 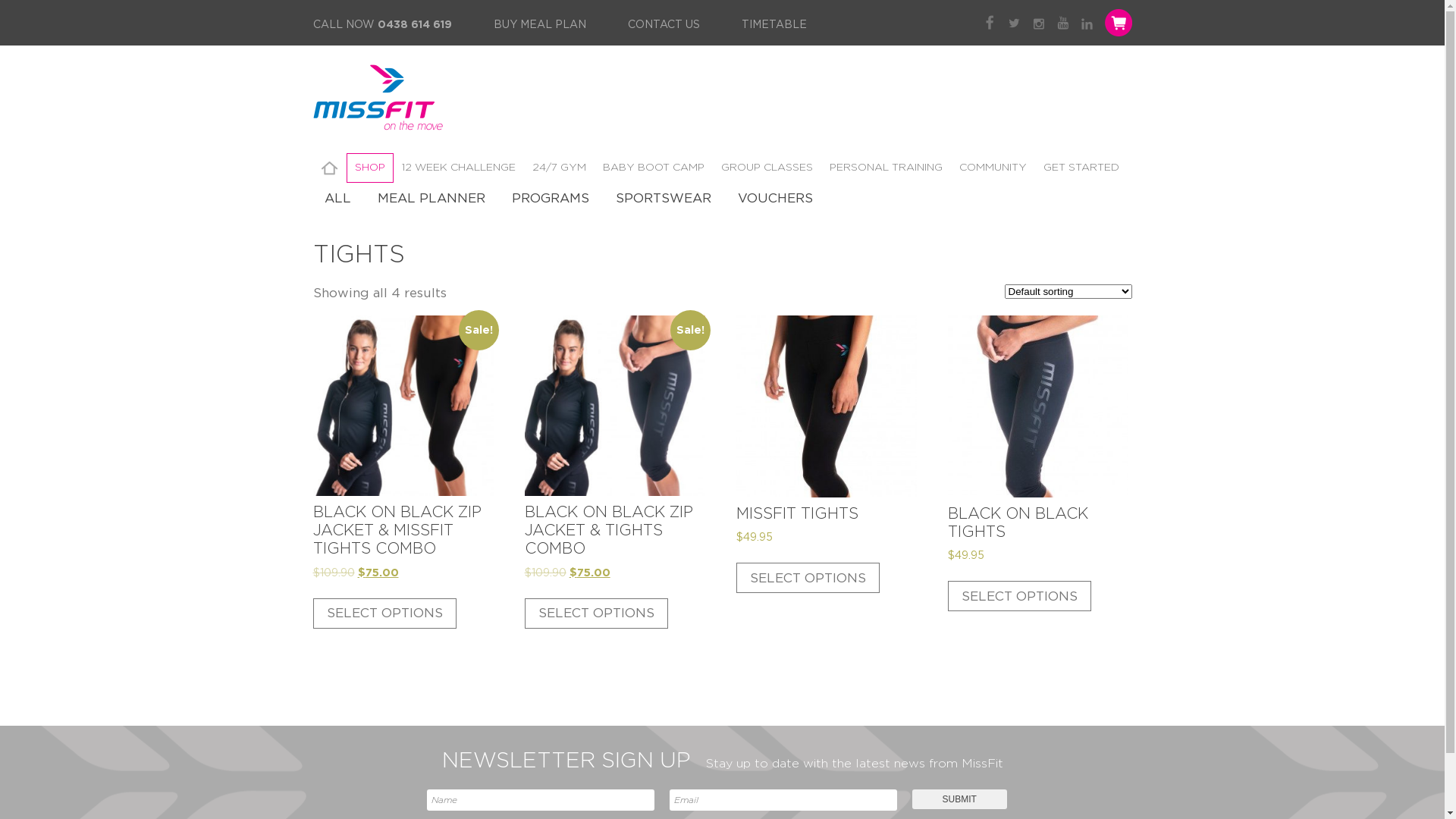 I want to click on '24/7 GYM', so click(x=523, y=168).